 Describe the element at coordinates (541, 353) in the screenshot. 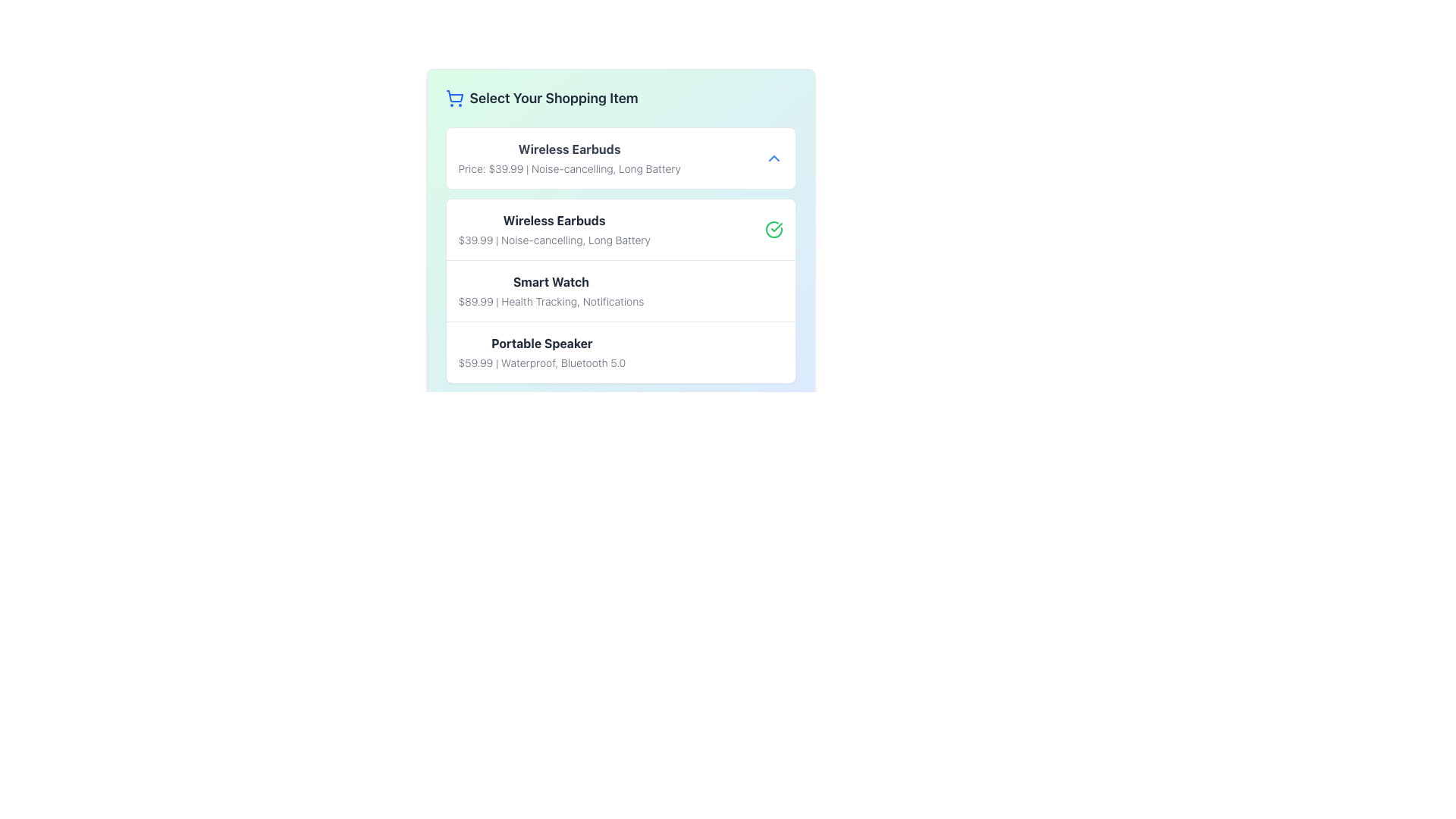

I see `the text block displaying 'Portable Speaker'` at that location.